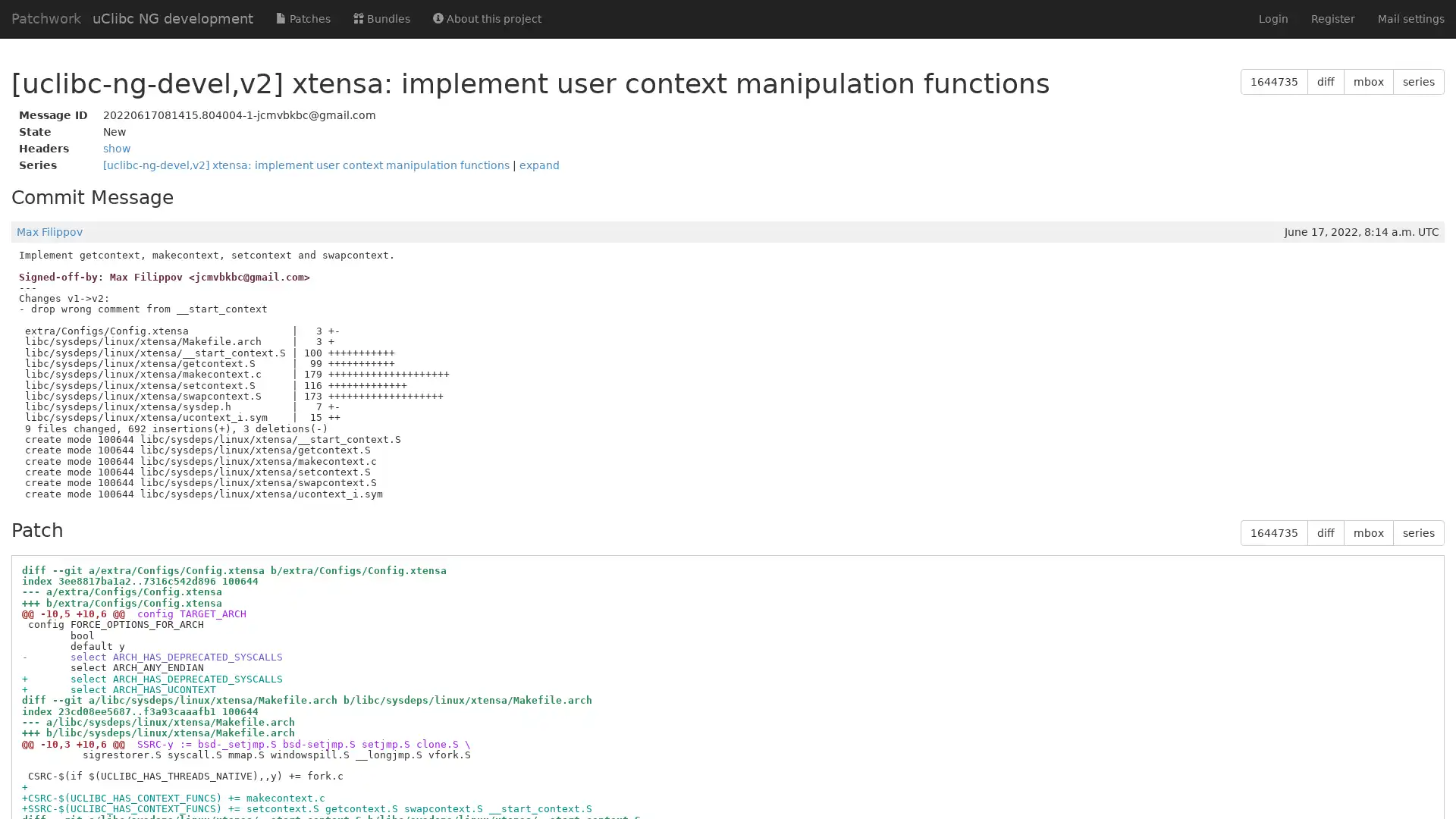  What do you see at coordinates (1418, 82) in the screenshot?
I see `series` at bounding box center [1418, 82].